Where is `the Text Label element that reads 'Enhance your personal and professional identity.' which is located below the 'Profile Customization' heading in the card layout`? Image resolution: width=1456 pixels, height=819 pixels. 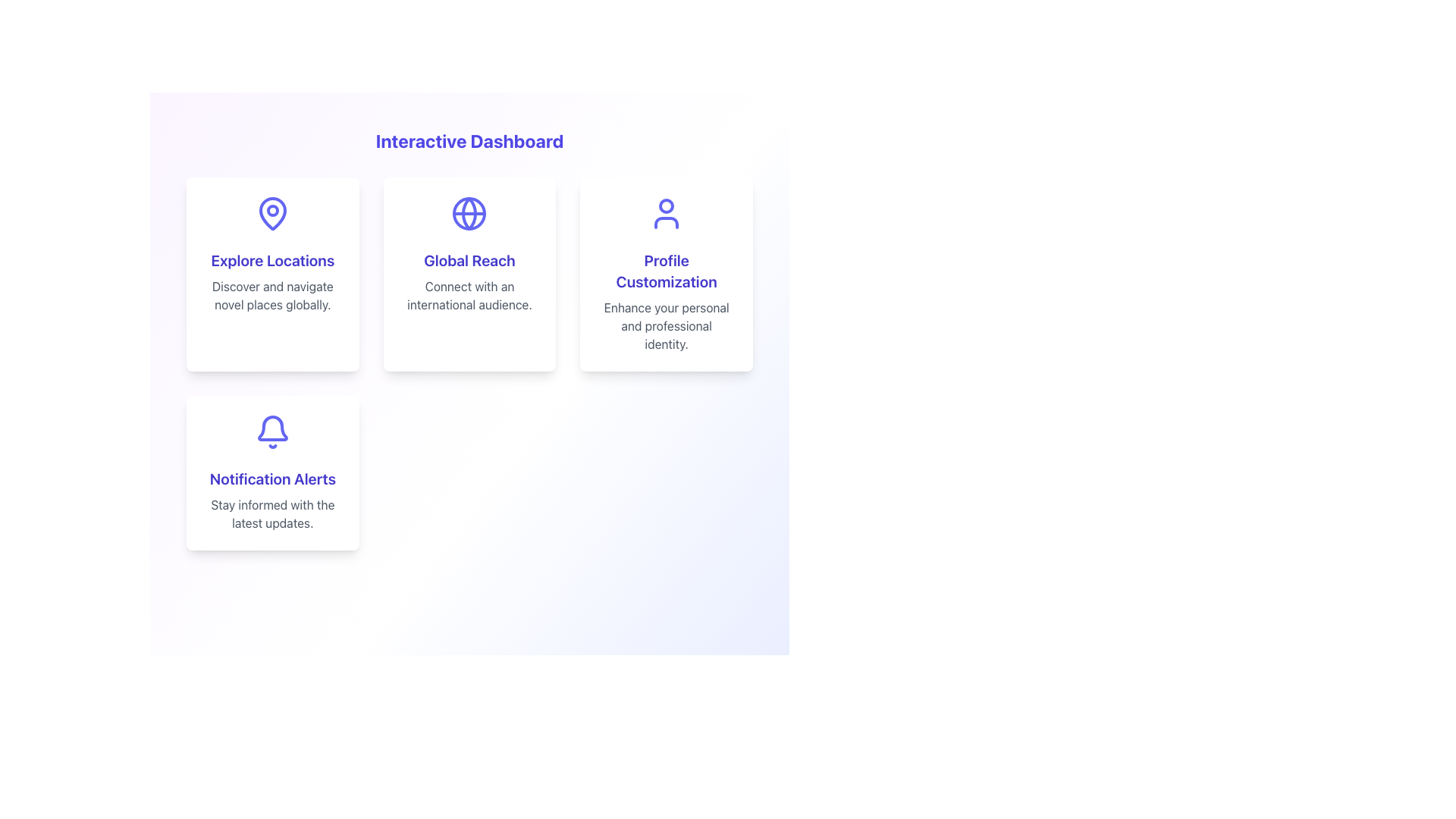 the Text Label element that reads 'Enhance your personal and professional identity.' which is located below the 'Profile Customization' heading in the card layout is located at coordinates (667, 325).